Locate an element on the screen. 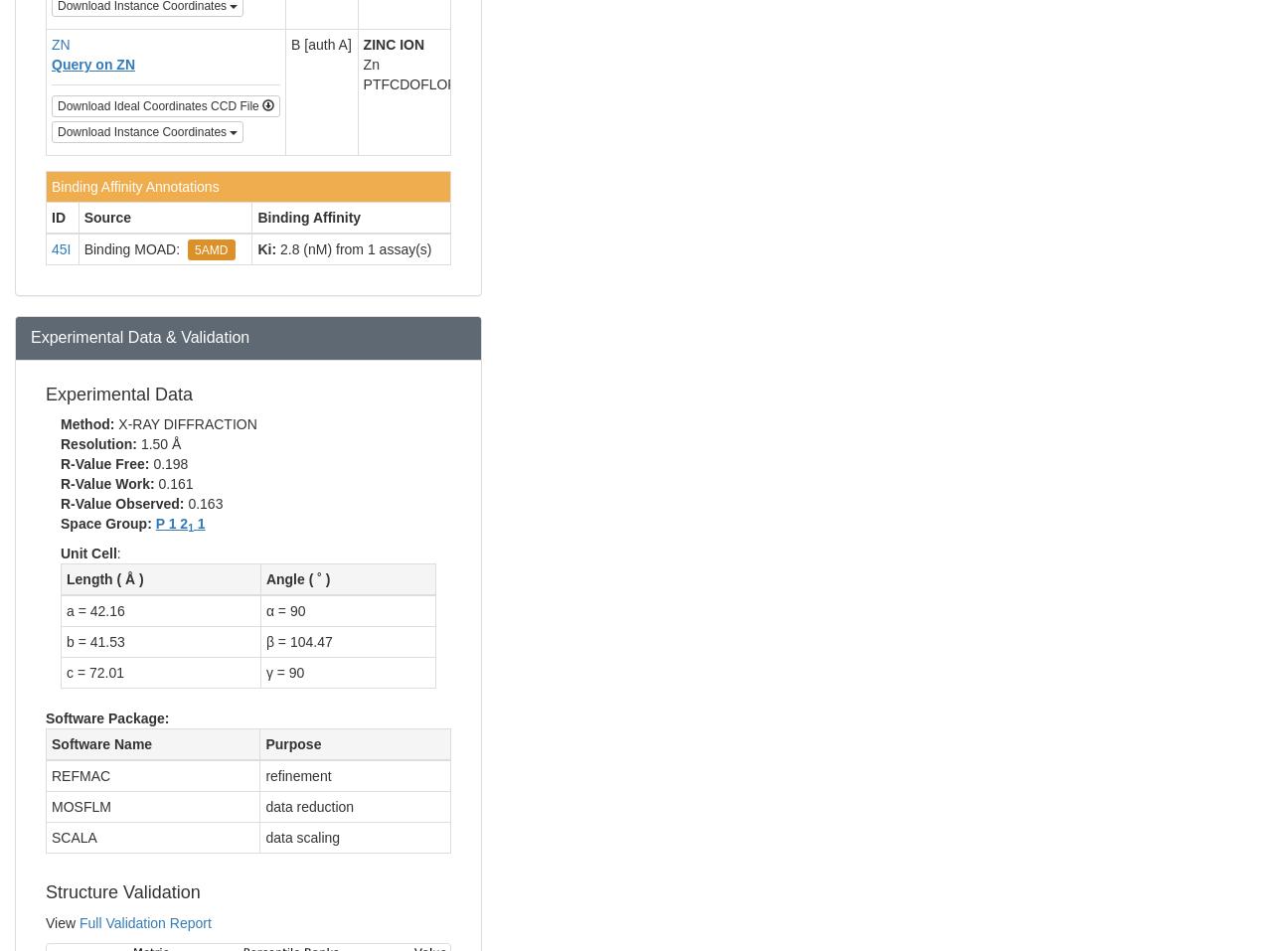 The image size is (1288, 951). 'P 1 2' is located at coordinates (170, 524).